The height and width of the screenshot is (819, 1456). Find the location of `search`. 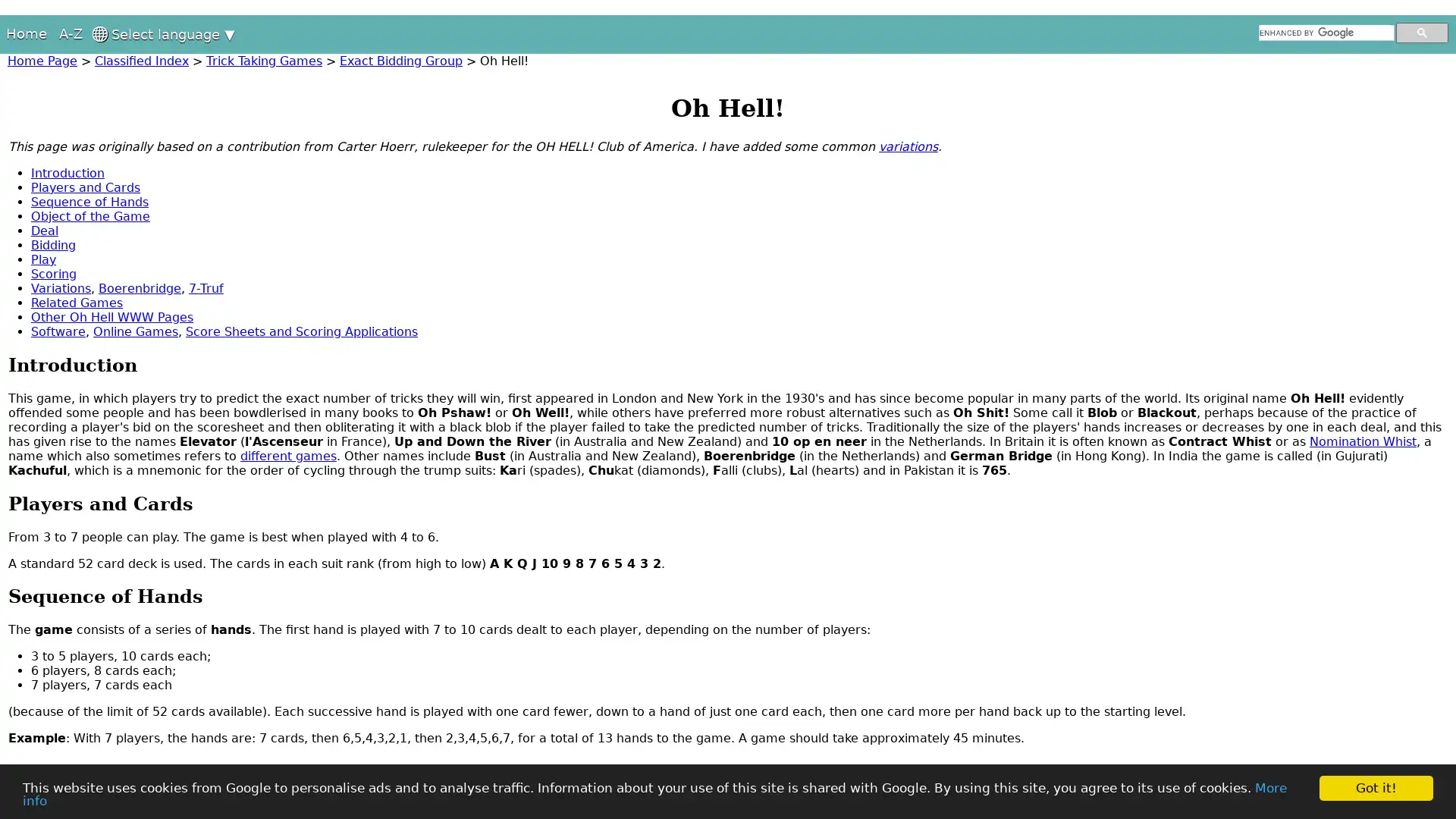

search is located at coordinates (1421, 33).